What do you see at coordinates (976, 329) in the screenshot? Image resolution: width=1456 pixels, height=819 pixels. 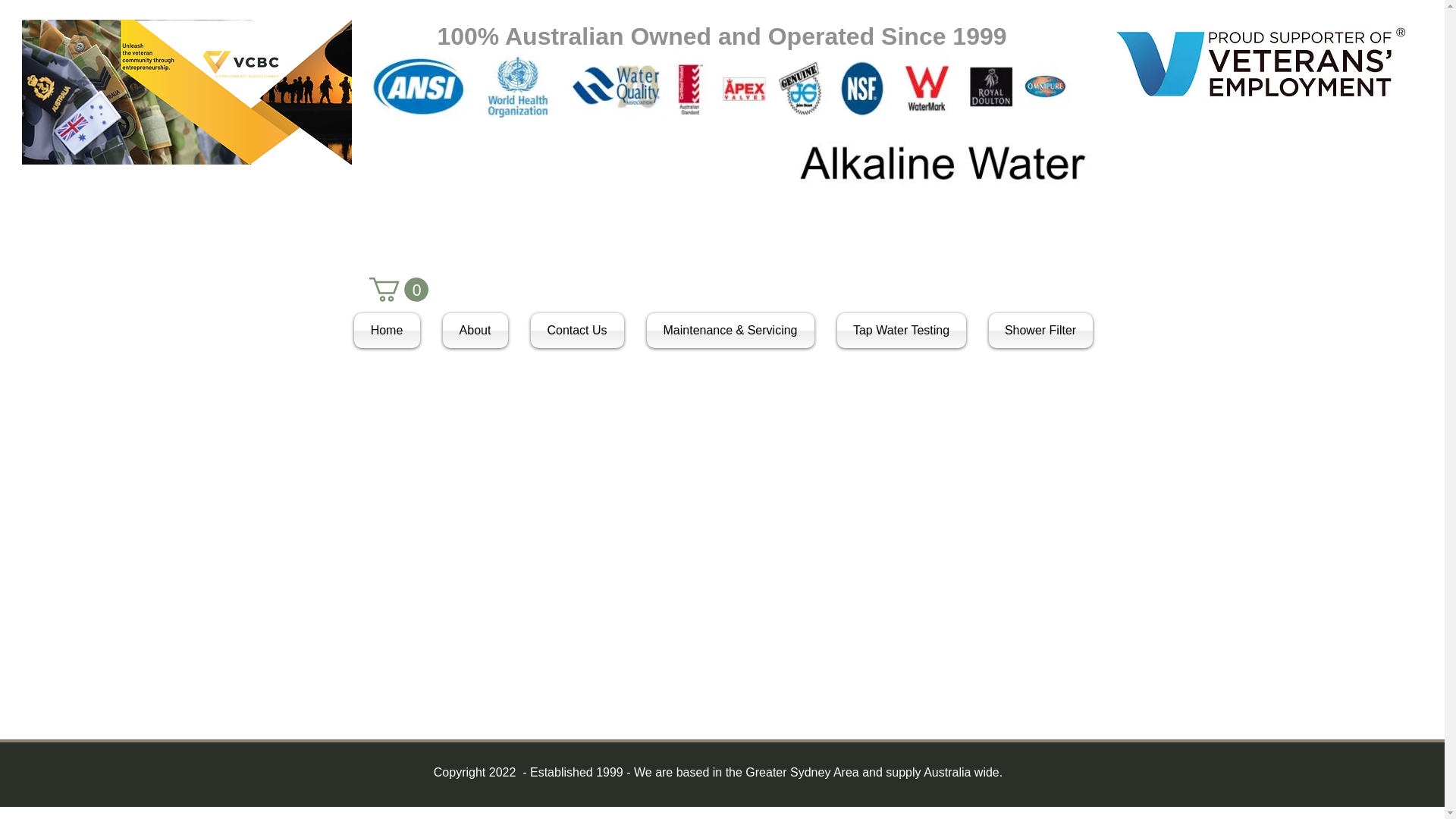 I see `'Shower Filter'` at bounding box center [976, 329].